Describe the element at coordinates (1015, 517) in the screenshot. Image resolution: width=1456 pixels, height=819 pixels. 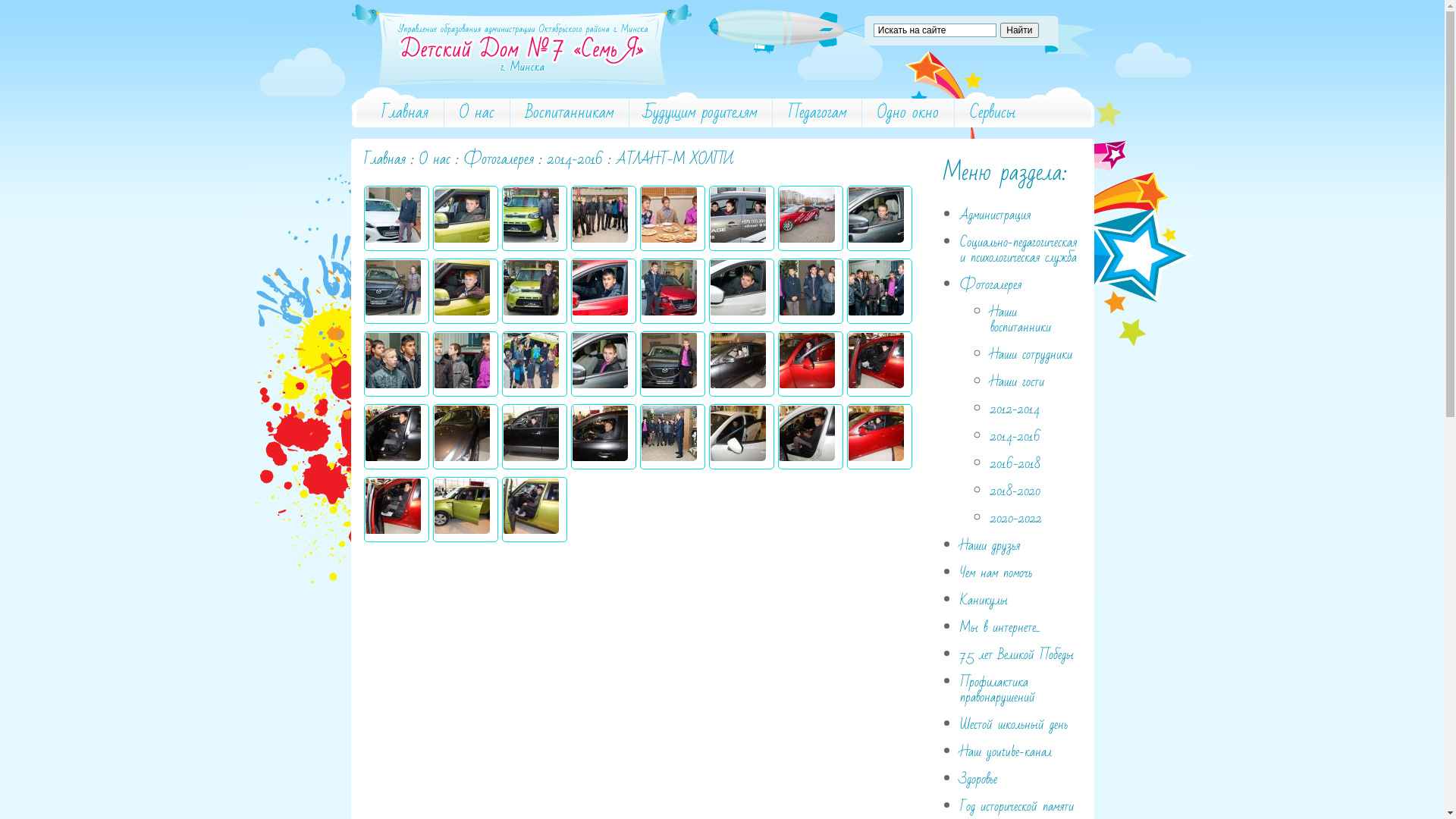
I see `'2020-2022'` at that location.